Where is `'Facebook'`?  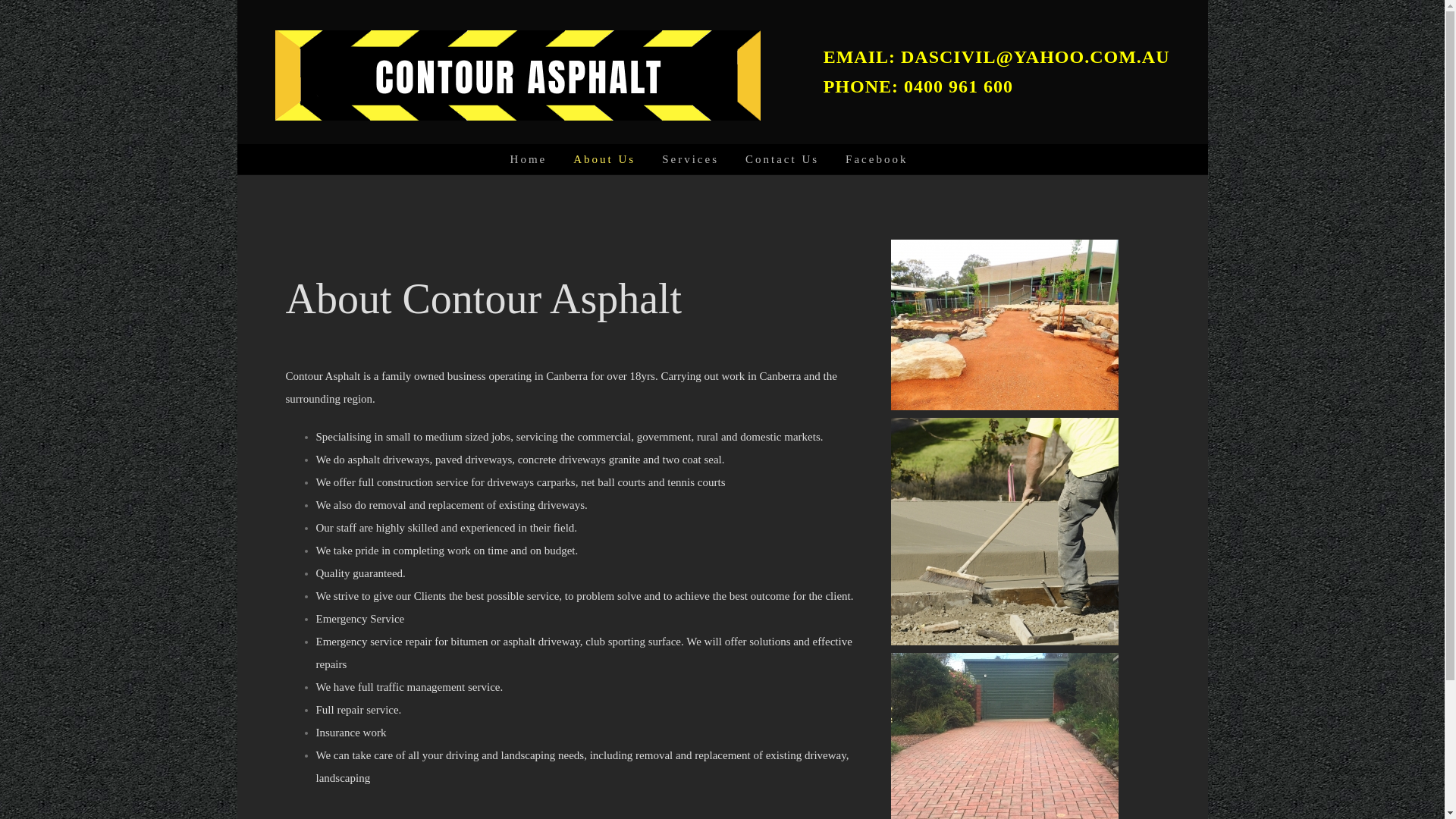
'Facebook' is located at coordinates (877, 158).